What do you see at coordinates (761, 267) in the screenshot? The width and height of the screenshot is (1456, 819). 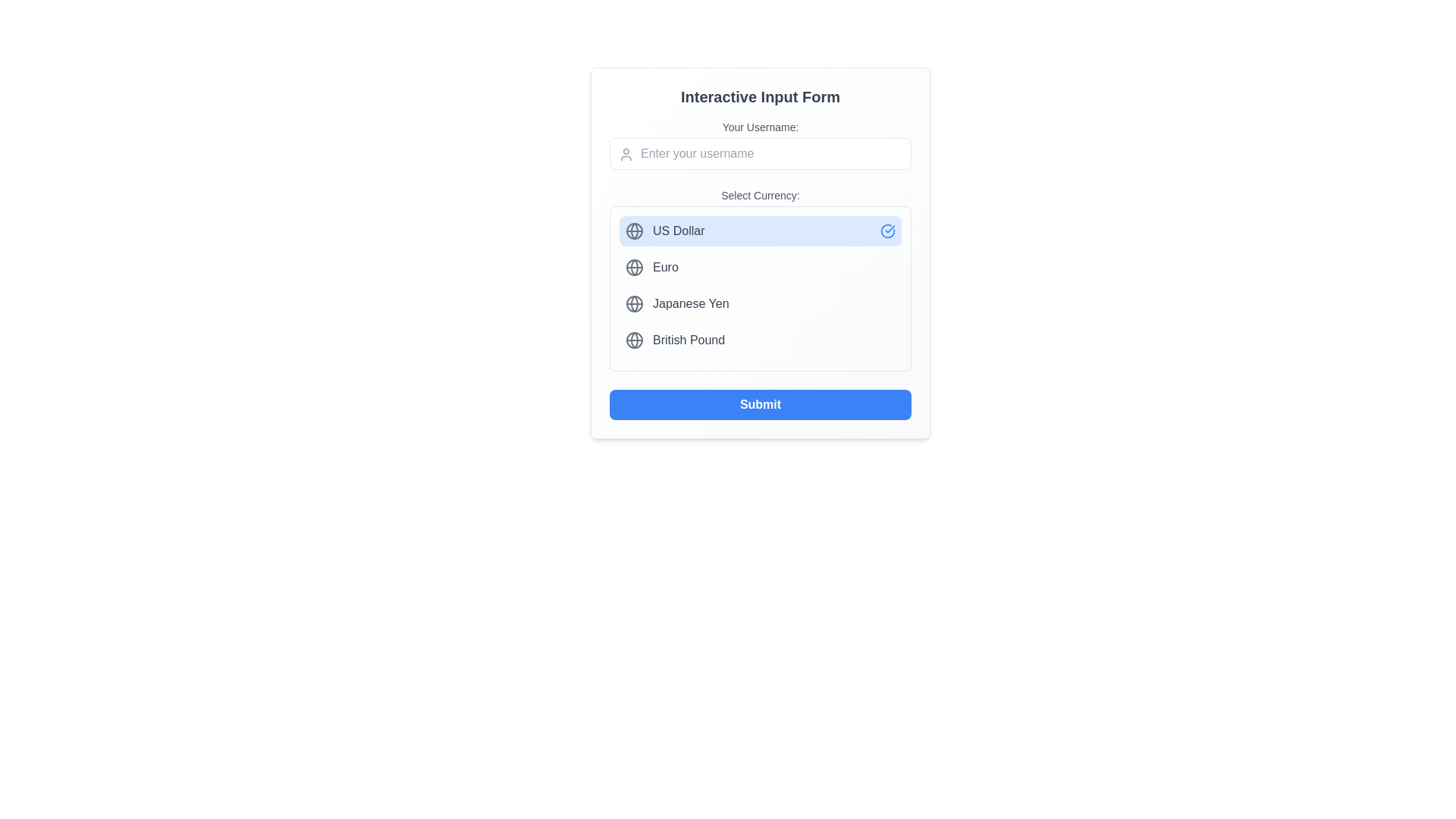 I see `the 'Euro' currency option in the currency selection menu, which is the second selectable item in the list, located below 'US Dollar' and above 'Japanese Yen'` at bounding box center [761, 267].